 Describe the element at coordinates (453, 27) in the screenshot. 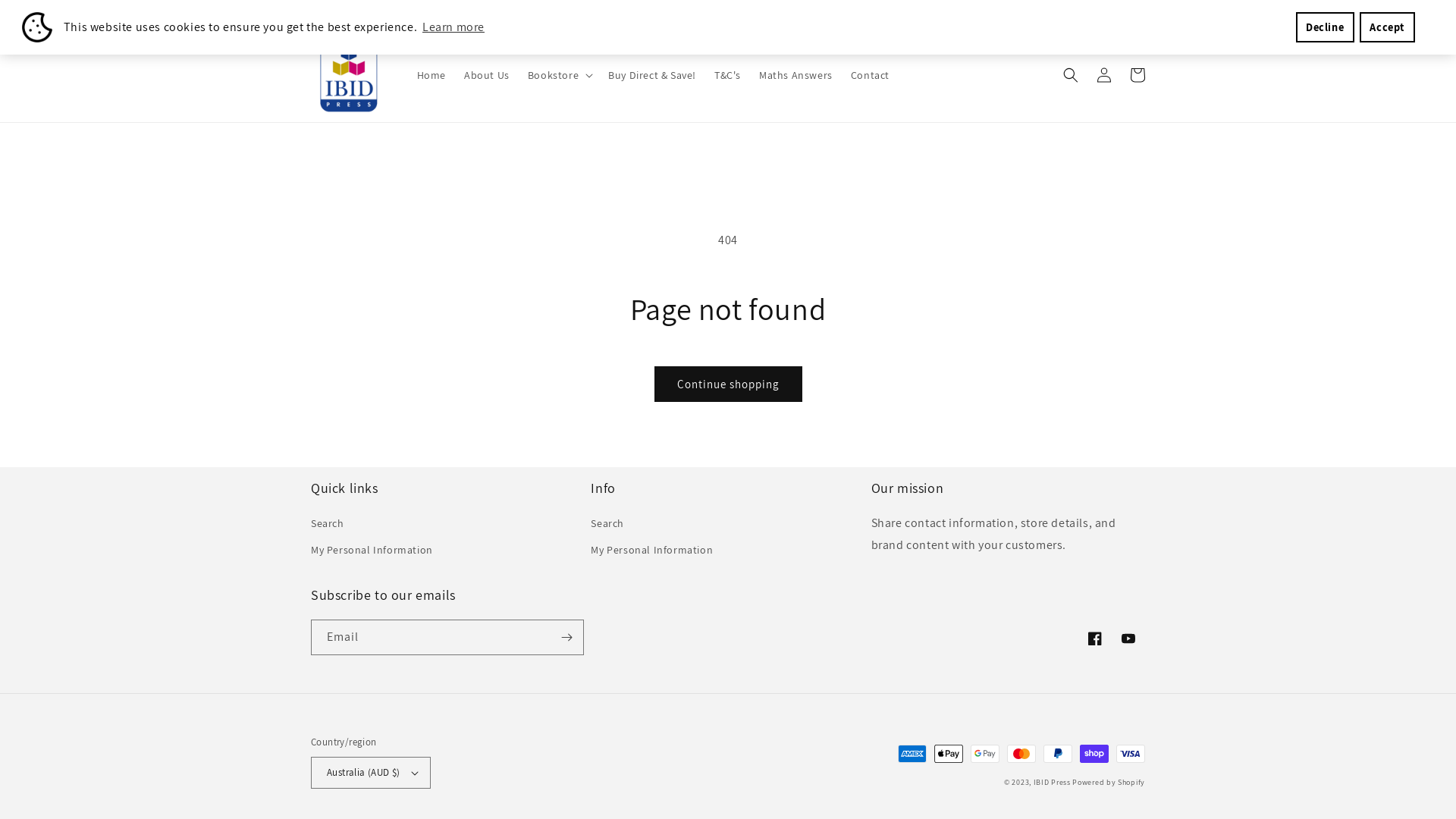

I see `'Learn more'` at that location.